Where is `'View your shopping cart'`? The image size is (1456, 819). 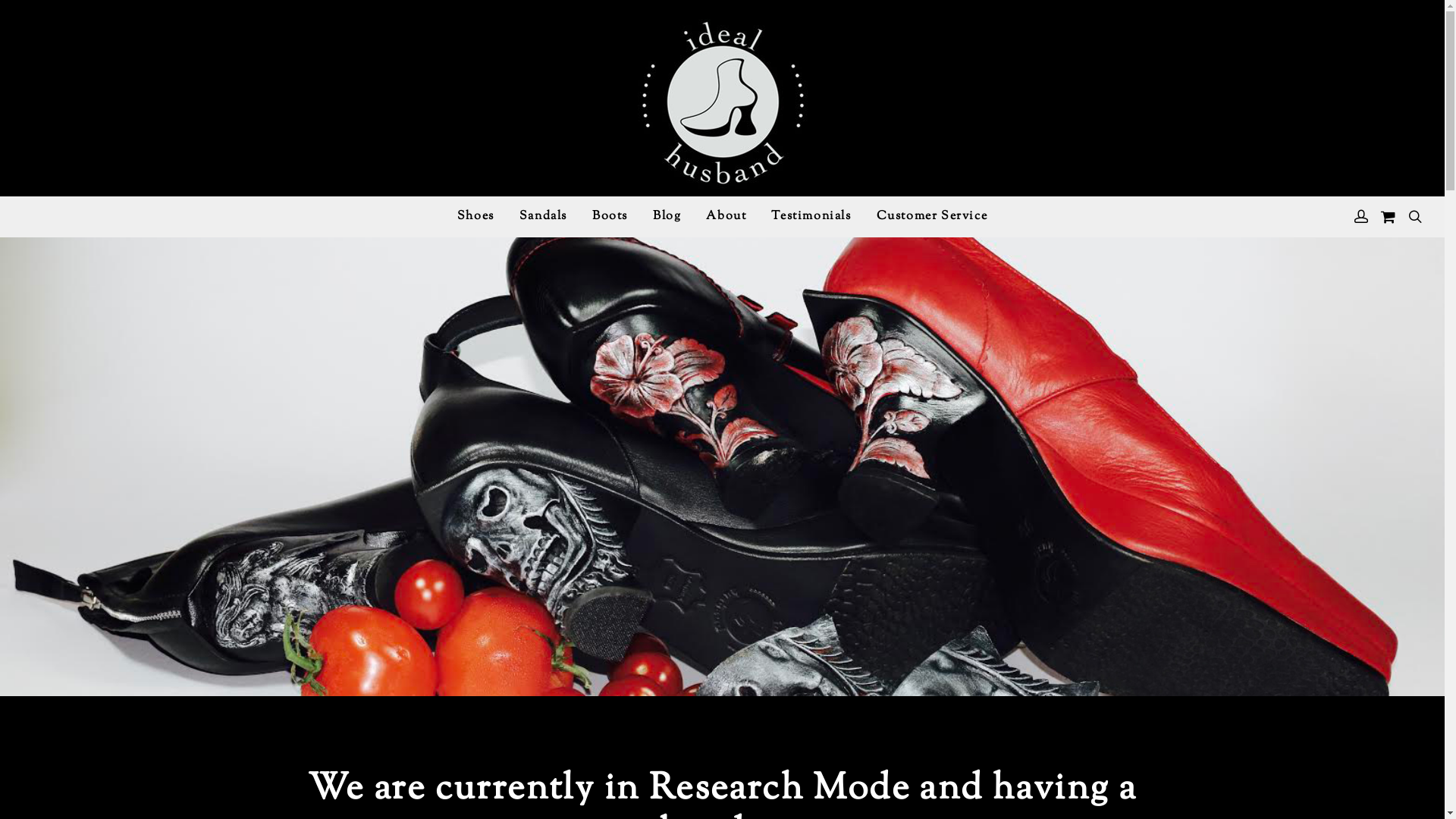
'View your shopping cart' is located at coordinates (1380, 217).